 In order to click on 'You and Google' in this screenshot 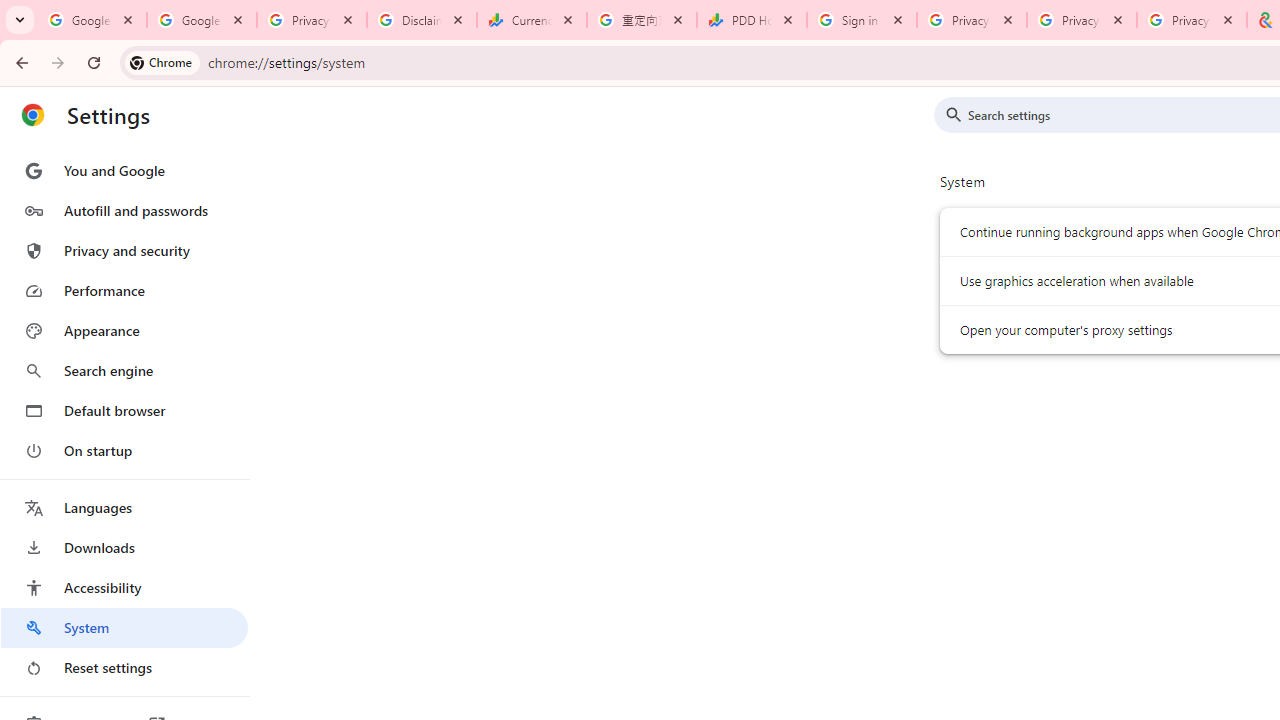, I will do `click(123, 170)`.